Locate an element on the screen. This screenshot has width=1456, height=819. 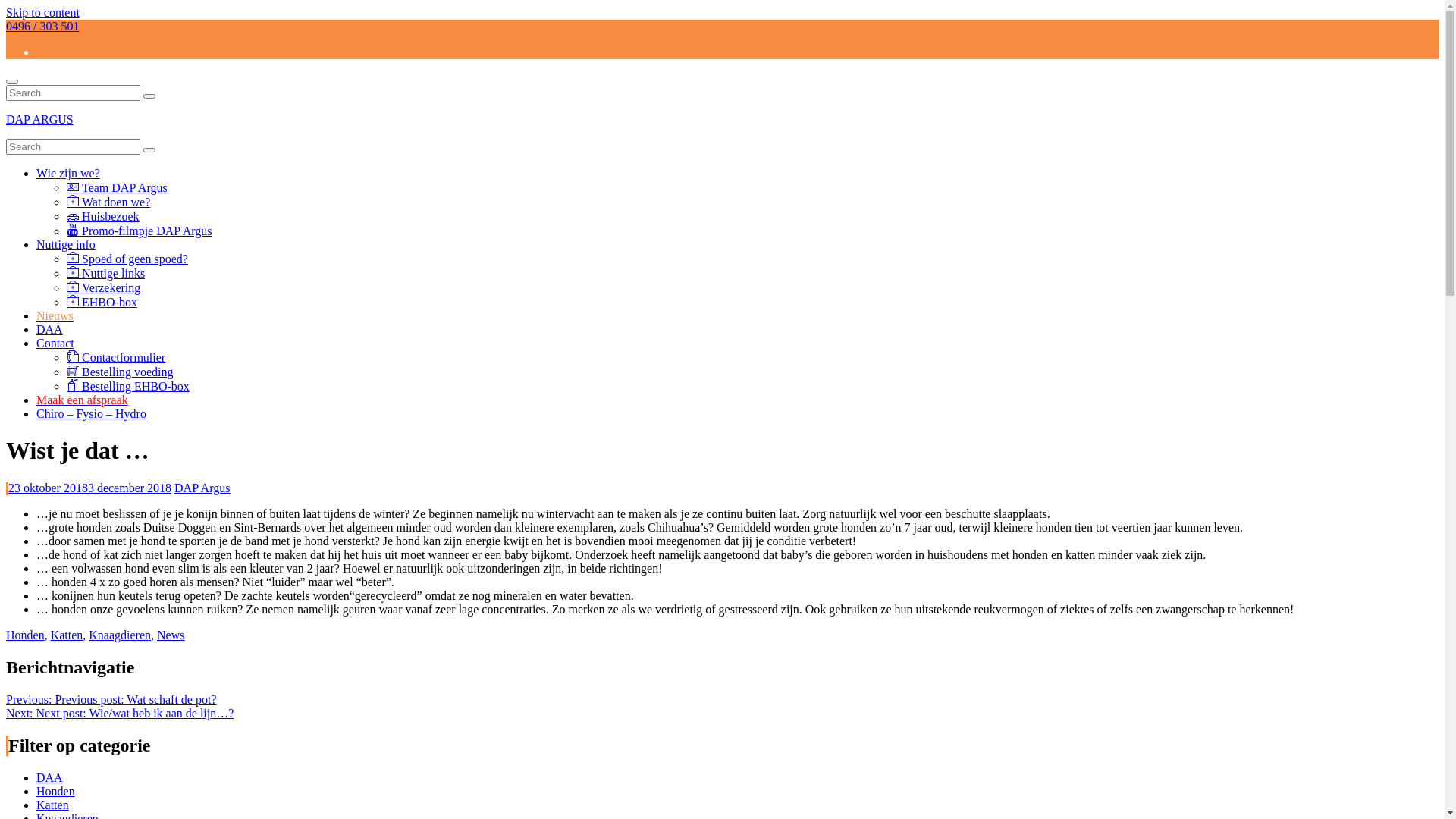
'Bestelling voeding' is located at coordinates (119, 372).